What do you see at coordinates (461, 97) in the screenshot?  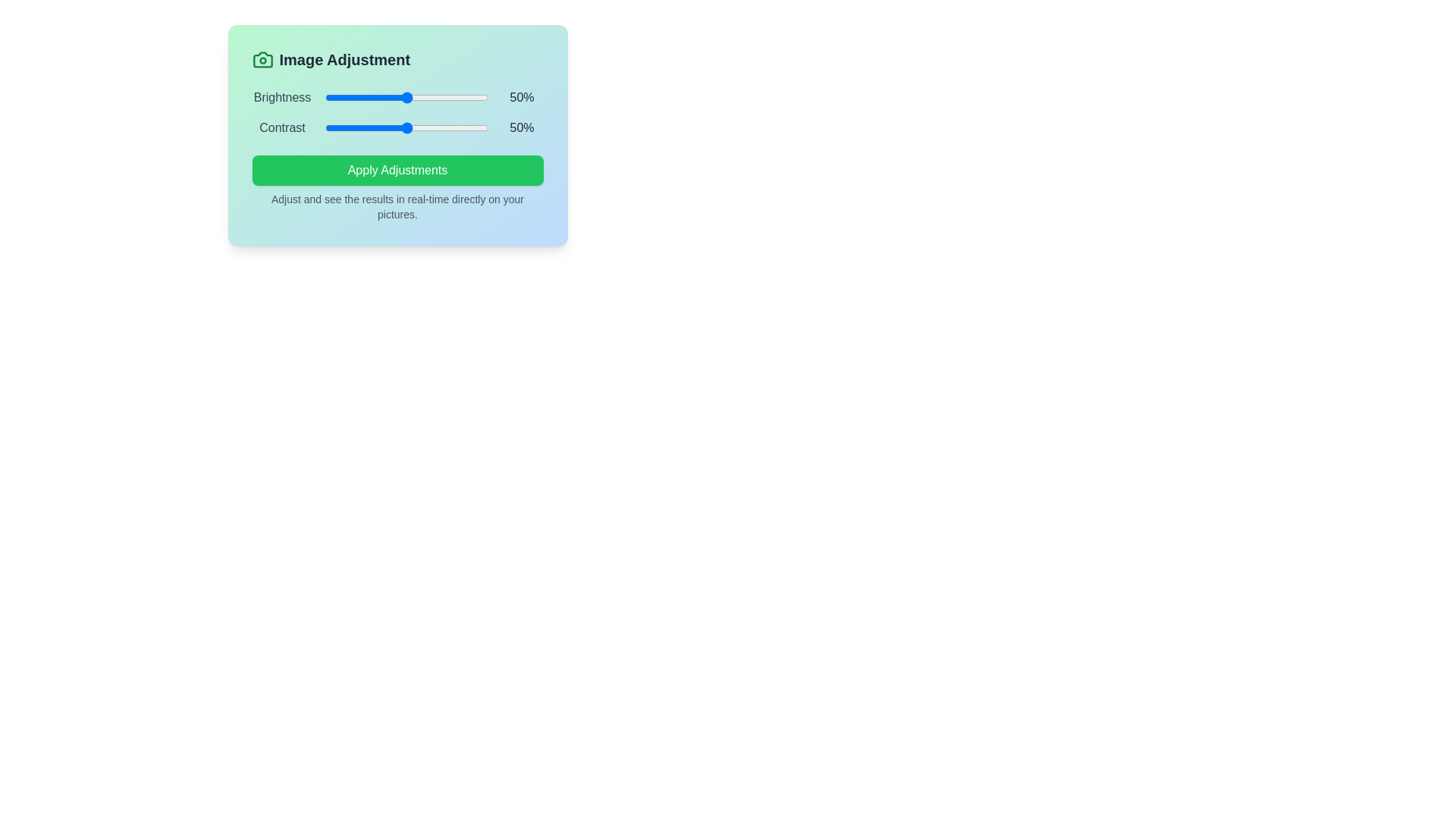 I see `the brightness slider to 84%` at bounding box center [461, 97].